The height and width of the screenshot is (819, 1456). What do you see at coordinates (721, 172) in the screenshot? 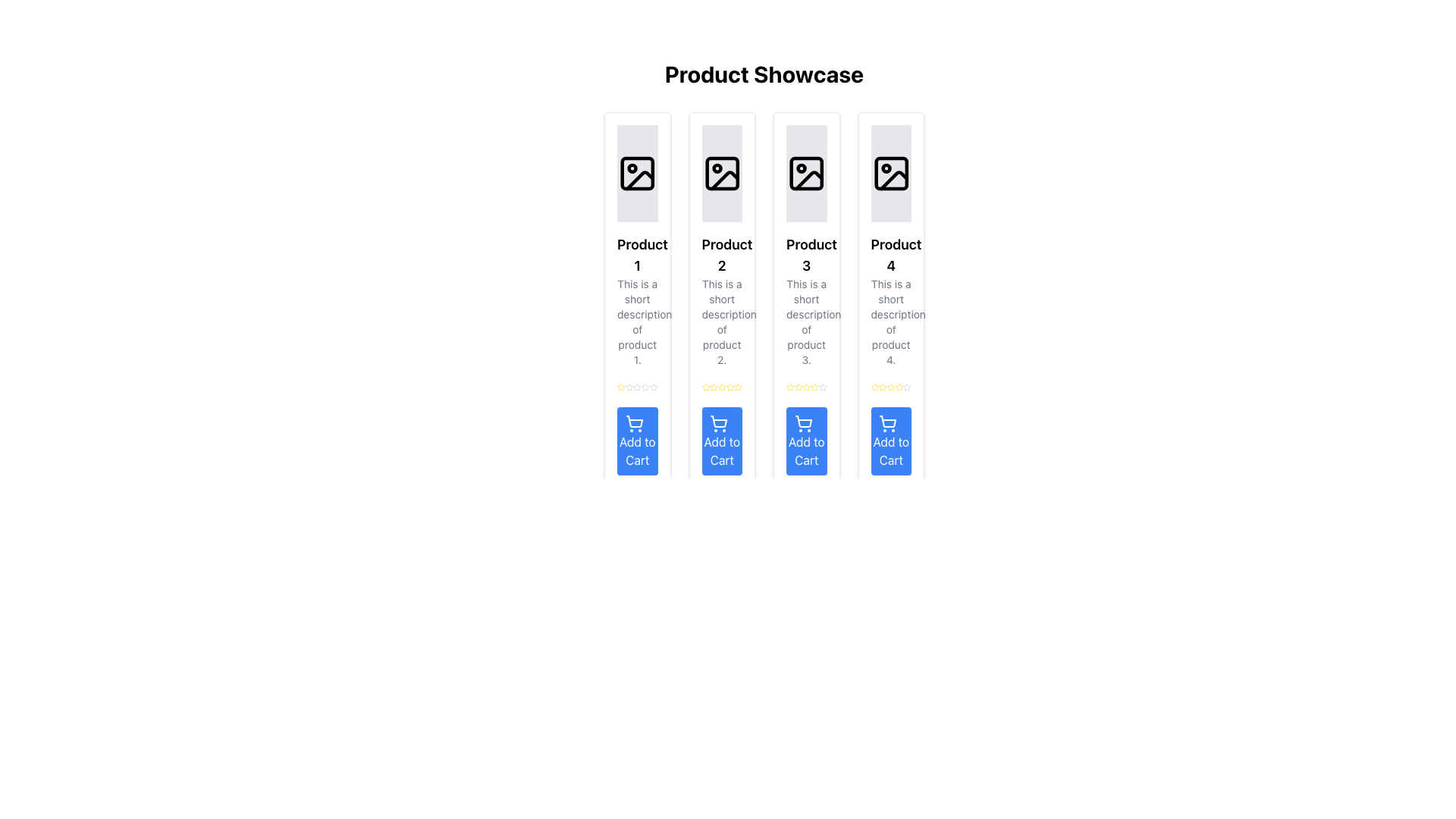
I see `the product image icon located in the second product card, positioned above the product title 'Product 2'` at bounding box center [721, 172].